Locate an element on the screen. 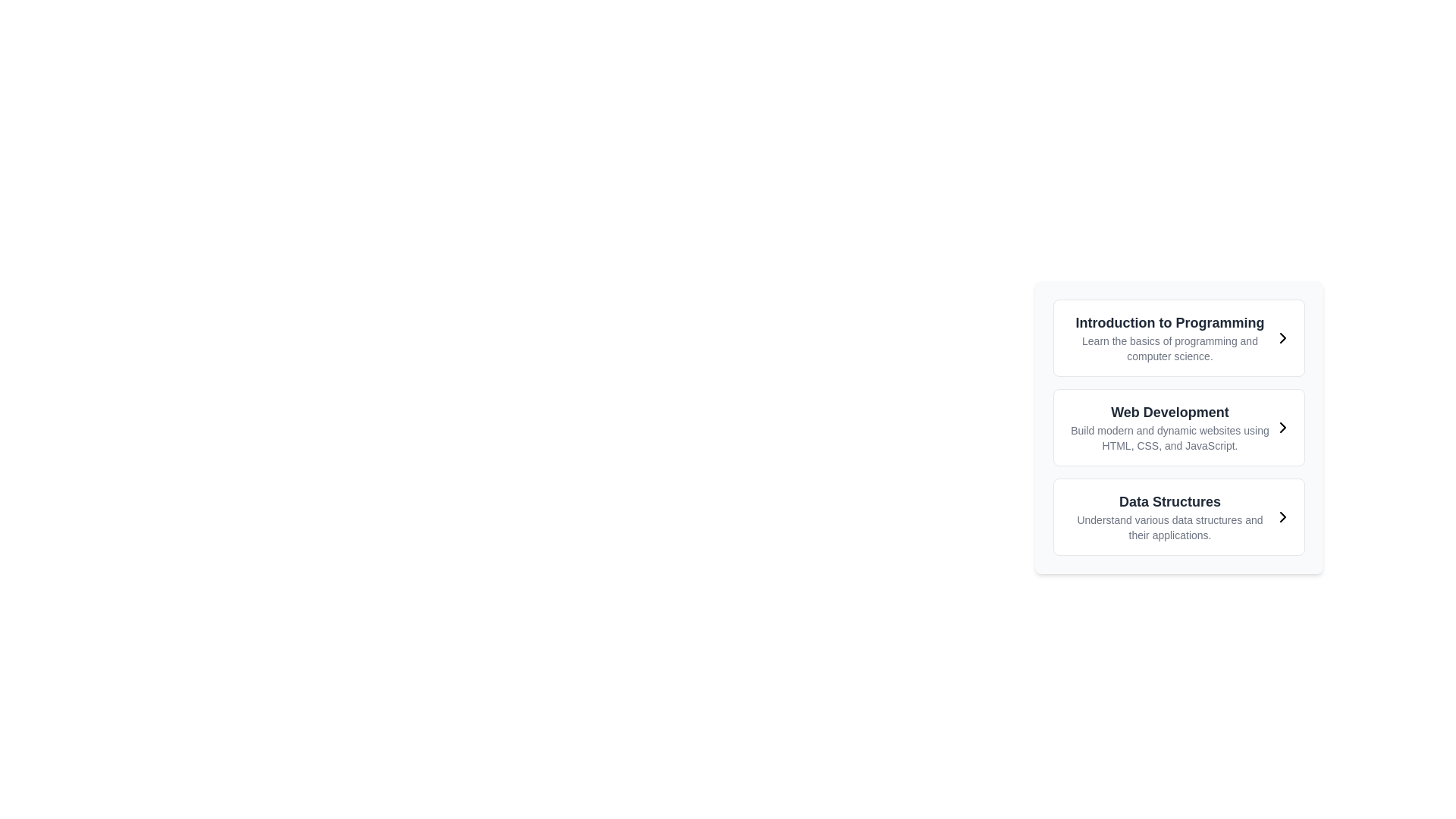  the right-facing chevron icon located to the right of the 'Web Development' section in the vertical list on the panel is located at coordinates (1282, 427).